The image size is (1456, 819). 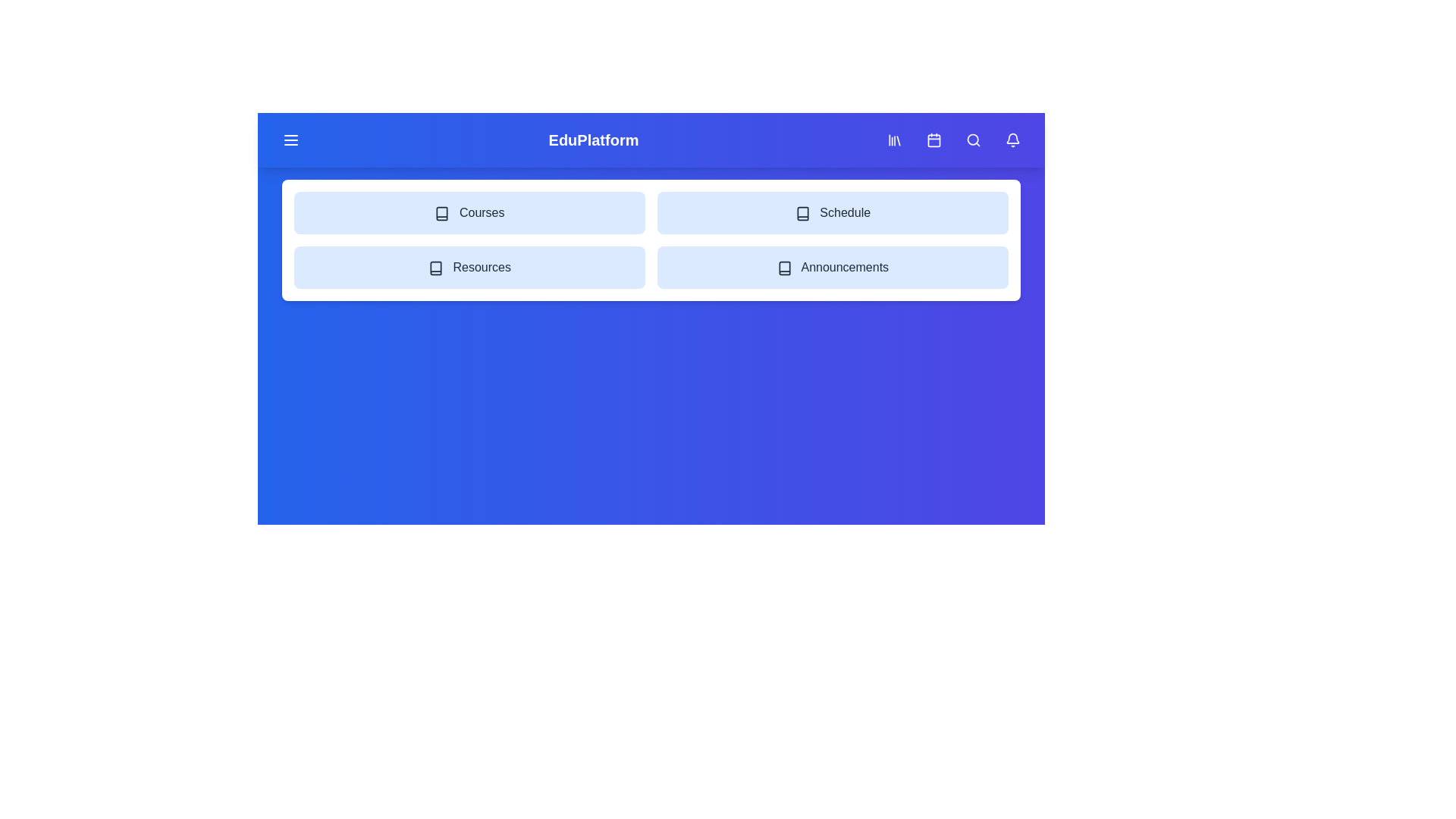 What do you see at coordinates (832, 213) in the screenshot?
I see `the 'Schedule' button to select it` at bounding box center [832, 213].